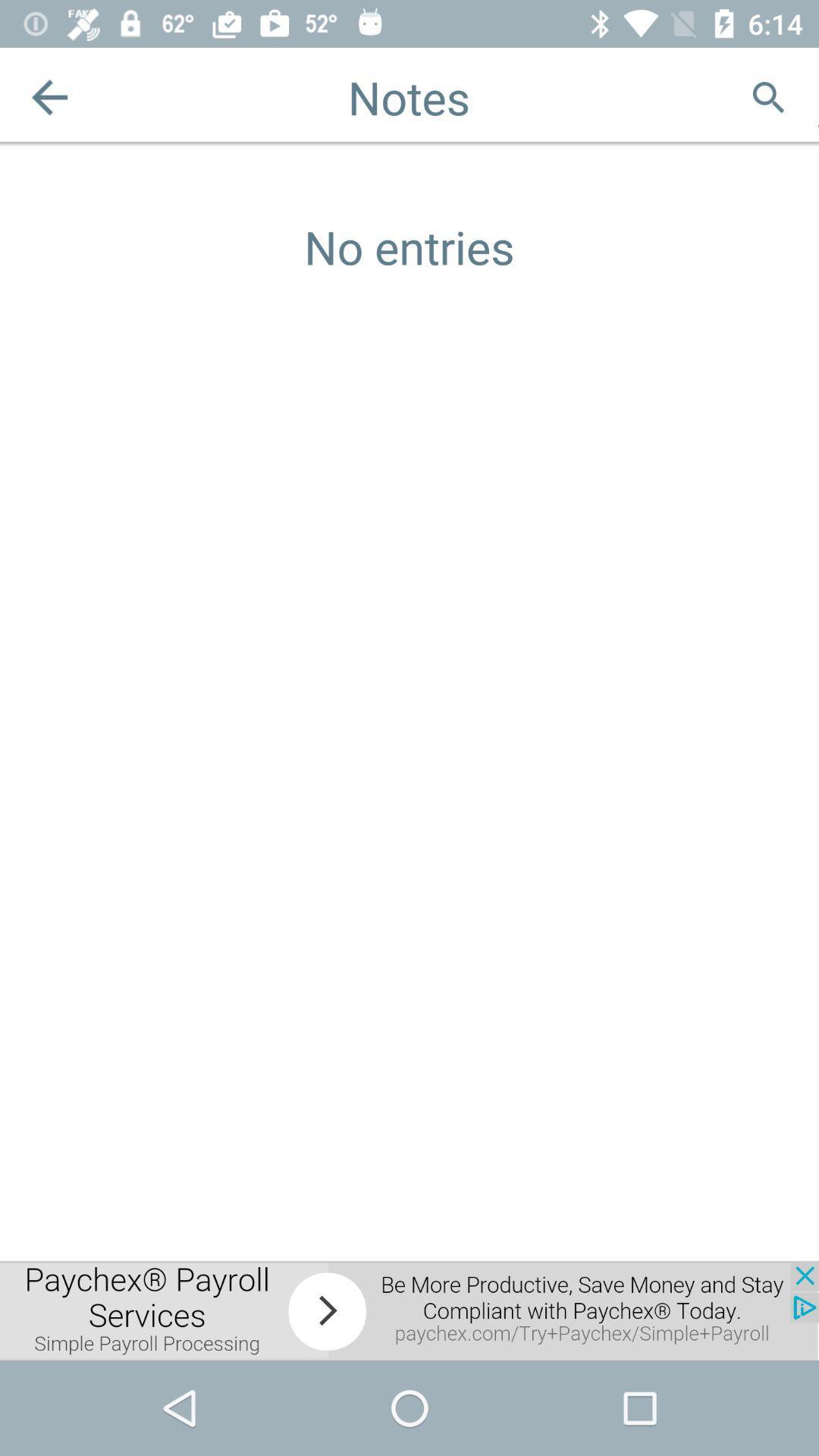 This screenshot has width=819, height=1456. What do you see at coordinates (49, 96) in the screenshot?
I see `previous` at bounding box center [49, 96].